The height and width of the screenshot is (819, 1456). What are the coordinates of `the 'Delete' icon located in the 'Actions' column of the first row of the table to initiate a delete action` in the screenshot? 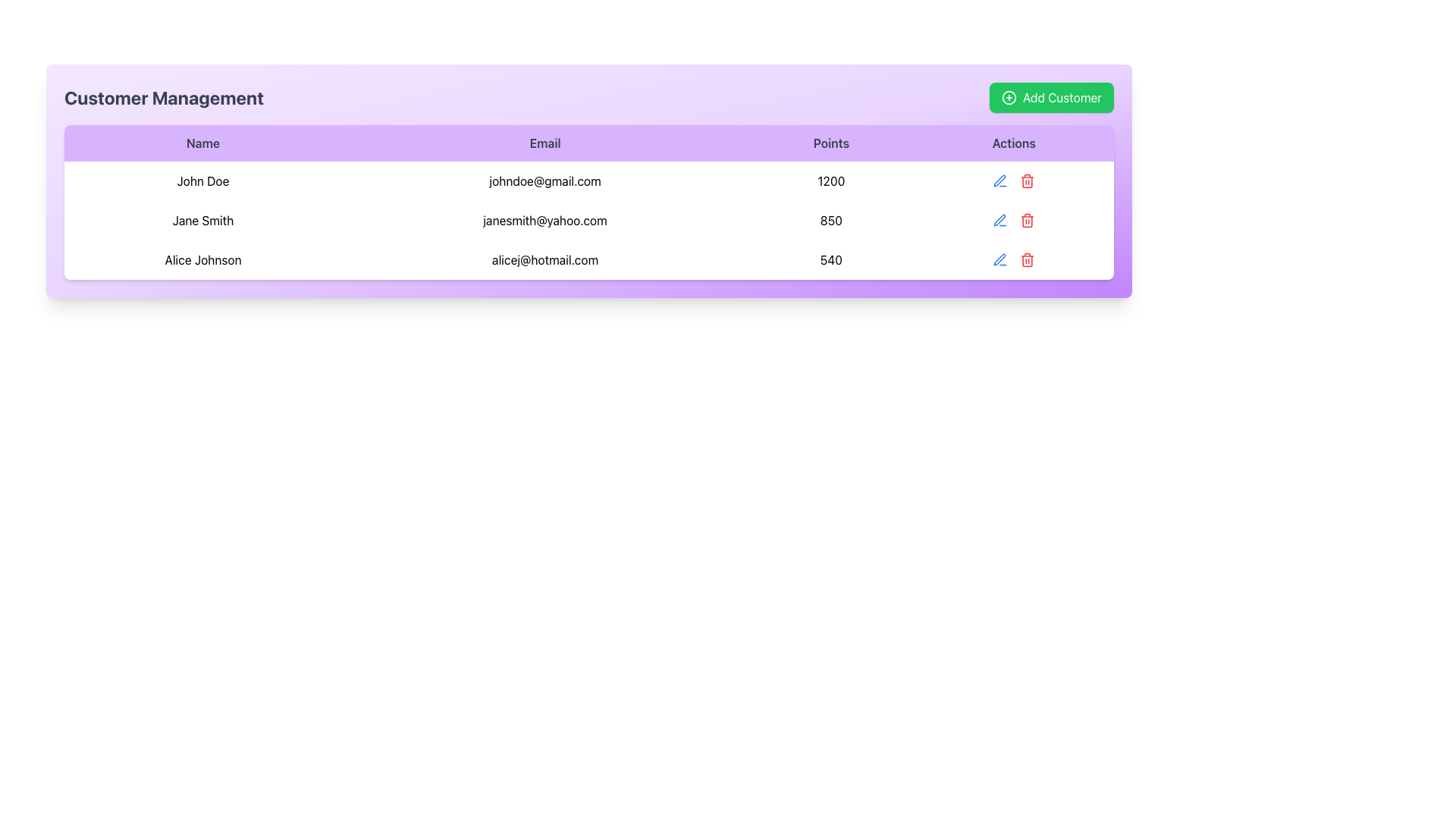 It's located at (1028, 180).